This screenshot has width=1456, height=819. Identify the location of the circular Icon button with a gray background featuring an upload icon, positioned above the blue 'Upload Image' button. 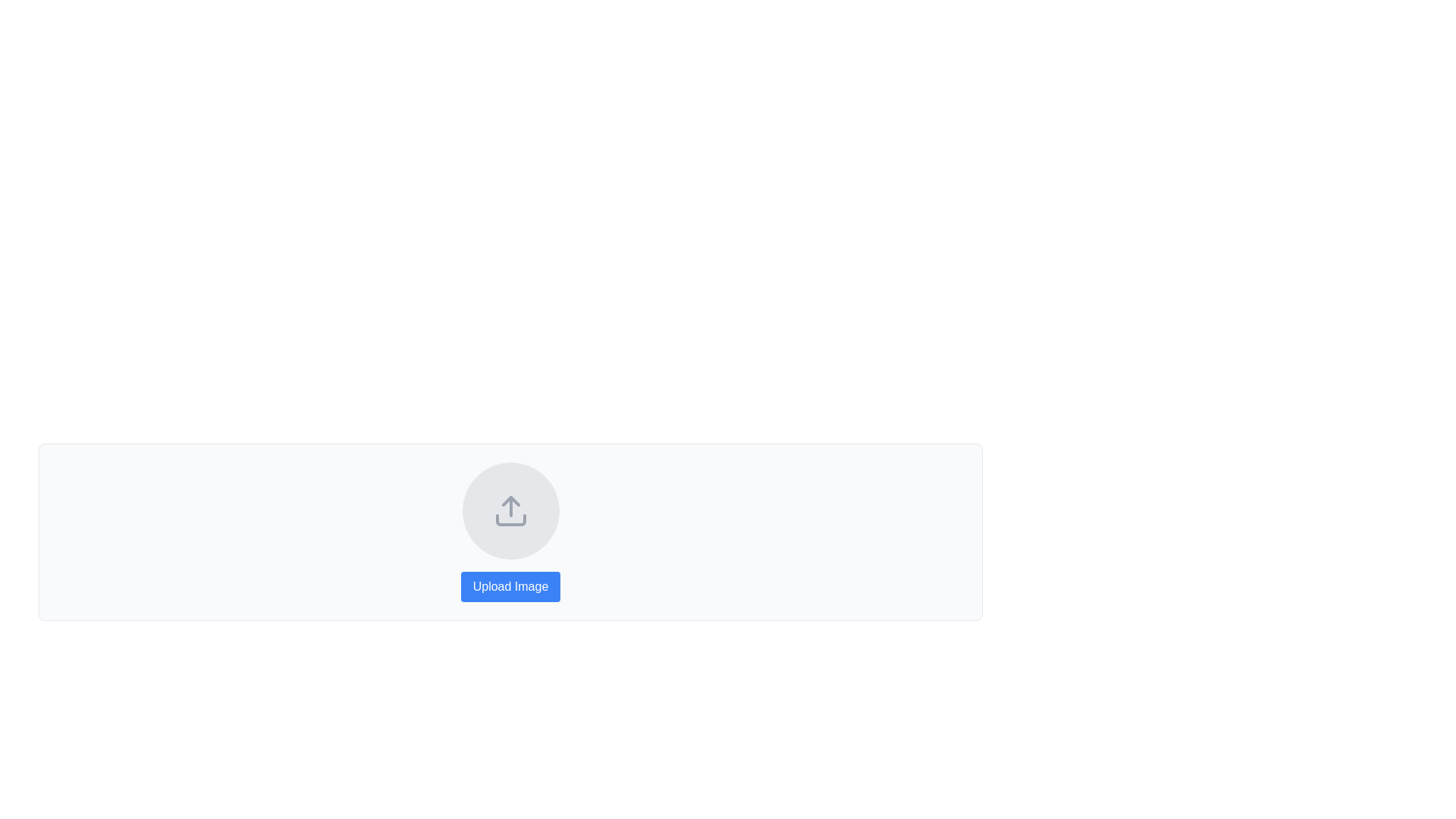
(510, 511).